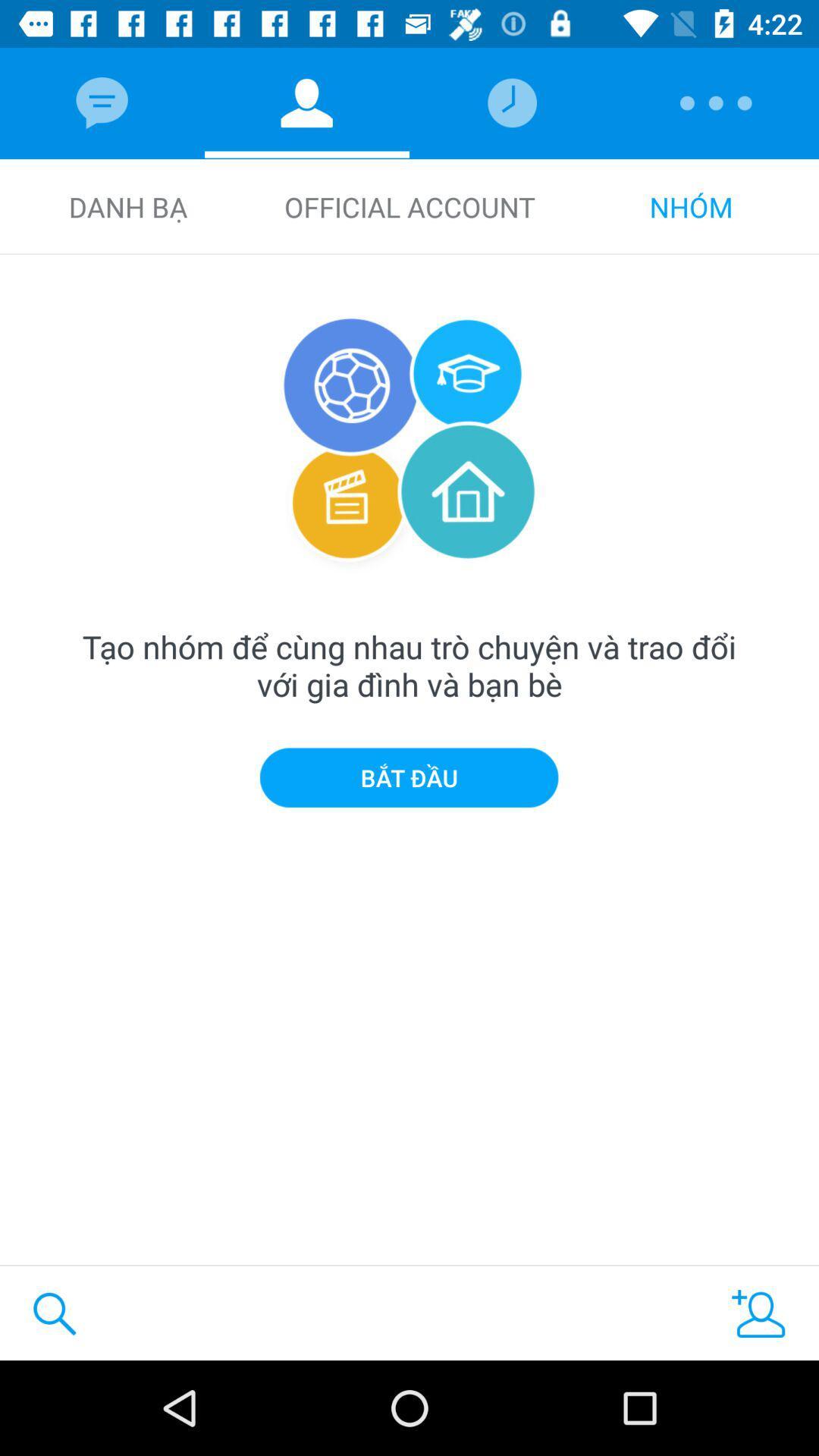 The image size is (819, 1456). What do you see at coordinates (409, 206) in the screenshot?
I see `official account` at bounding box center [409, 206].